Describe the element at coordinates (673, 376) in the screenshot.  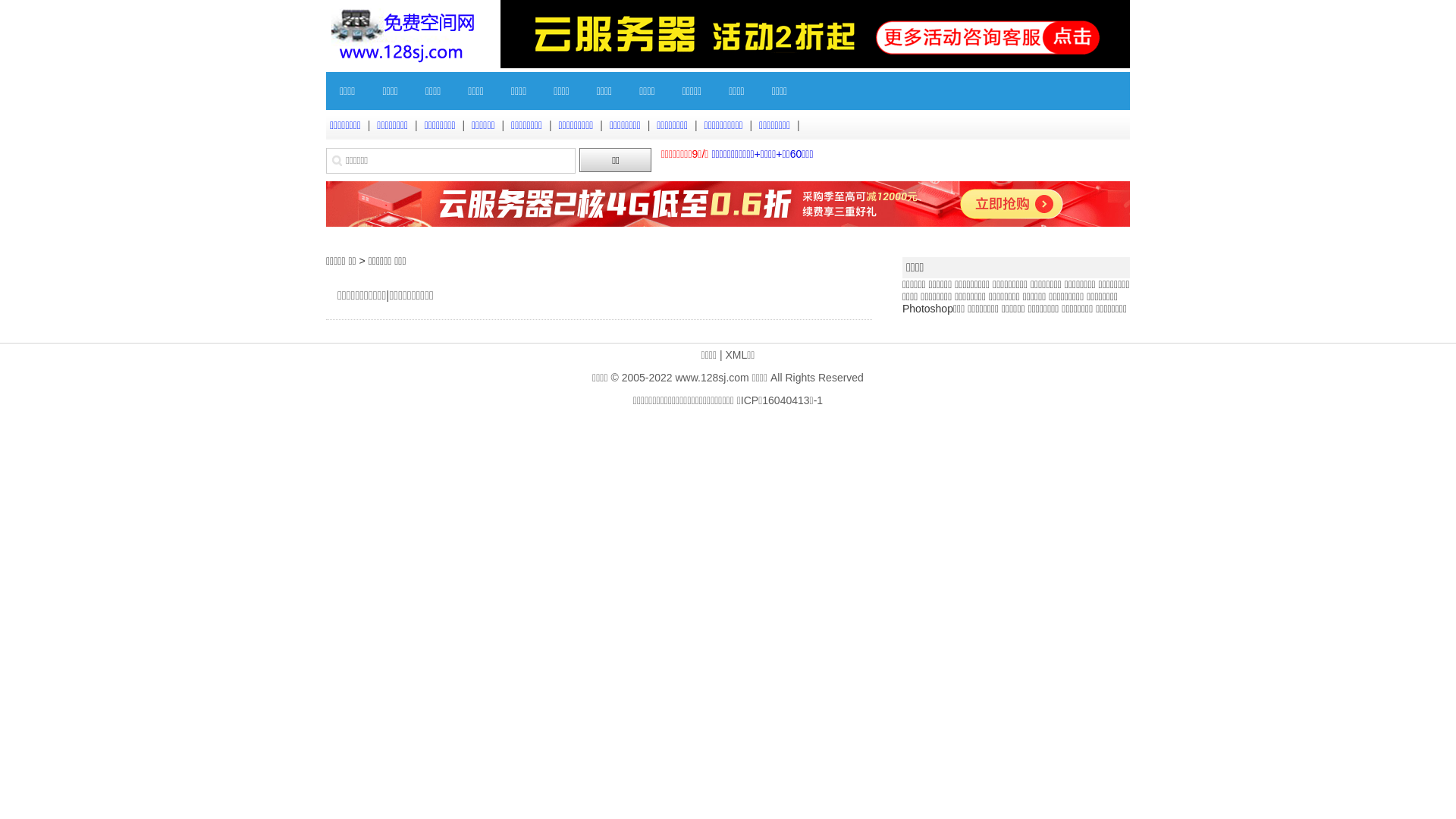
I see `'www.128sj.com'` at that location.